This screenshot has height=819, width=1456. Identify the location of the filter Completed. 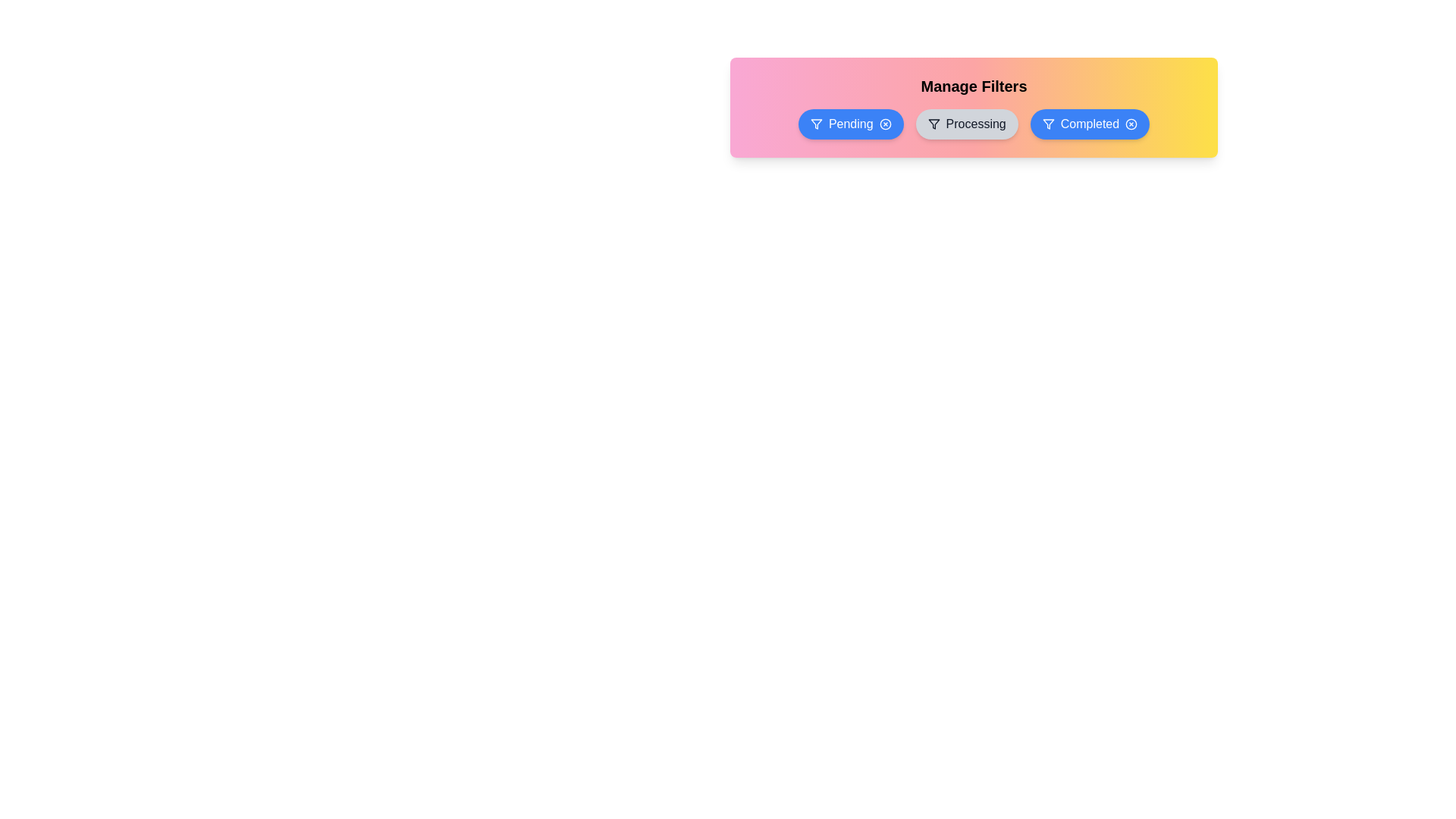
(1088, 124).